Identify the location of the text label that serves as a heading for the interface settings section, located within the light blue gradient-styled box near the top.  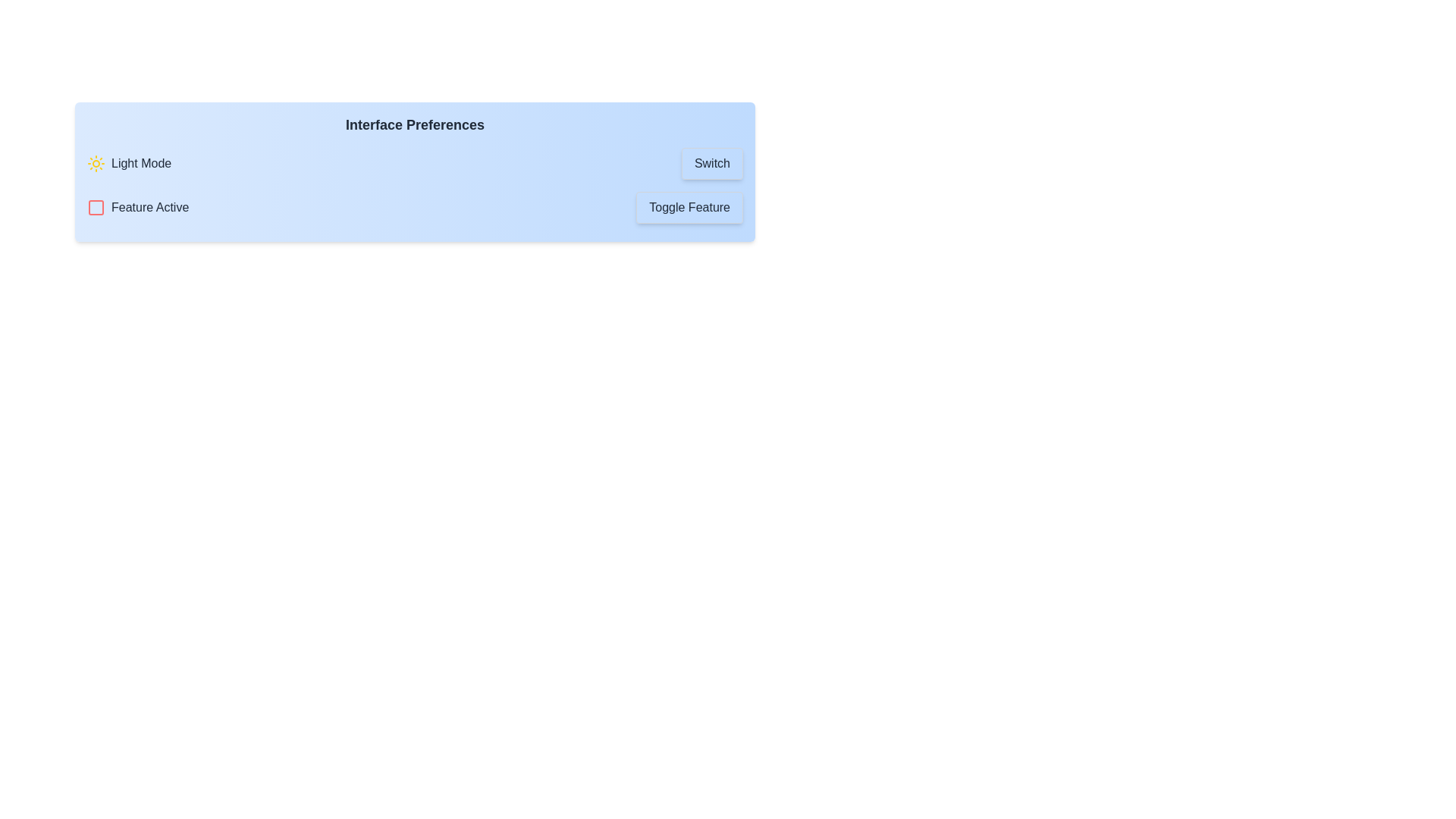
(415, 124).